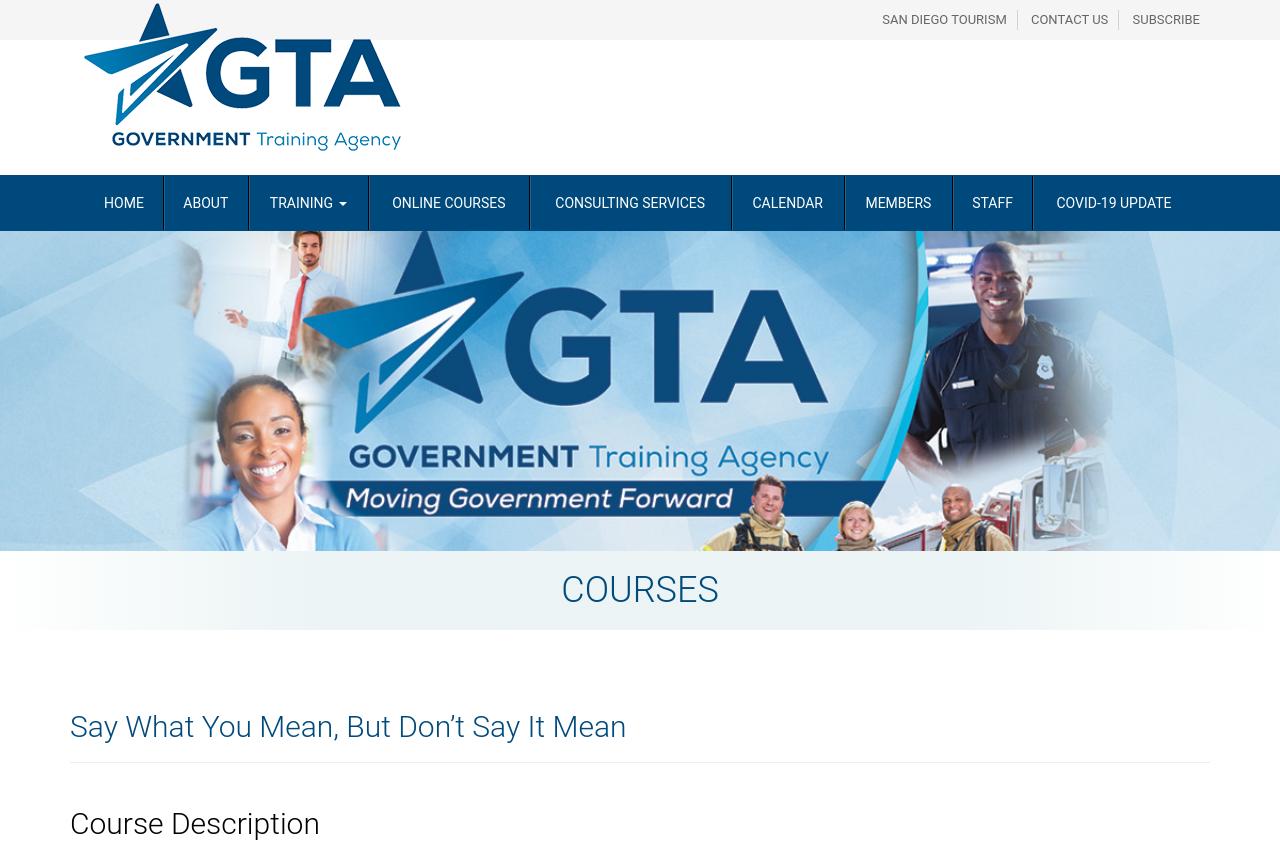 The width and height of the screenshot is (1280, 843). What do you see at coordinates (1132, 18) in the screenshot?
I see `'Subscribe'` at bounding box center [1132, 18].